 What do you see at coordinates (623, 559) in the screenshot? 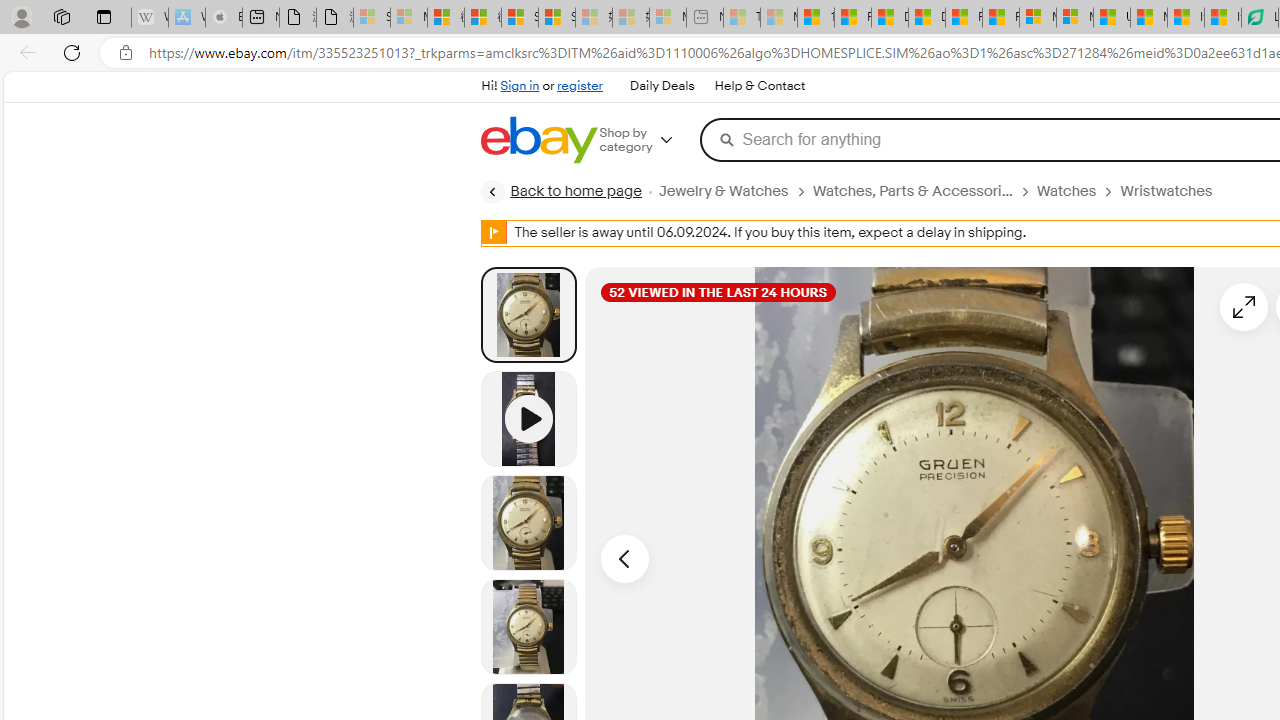
I see `'Previous image - Item images thumbnails'` at bounding box center [623, 559].